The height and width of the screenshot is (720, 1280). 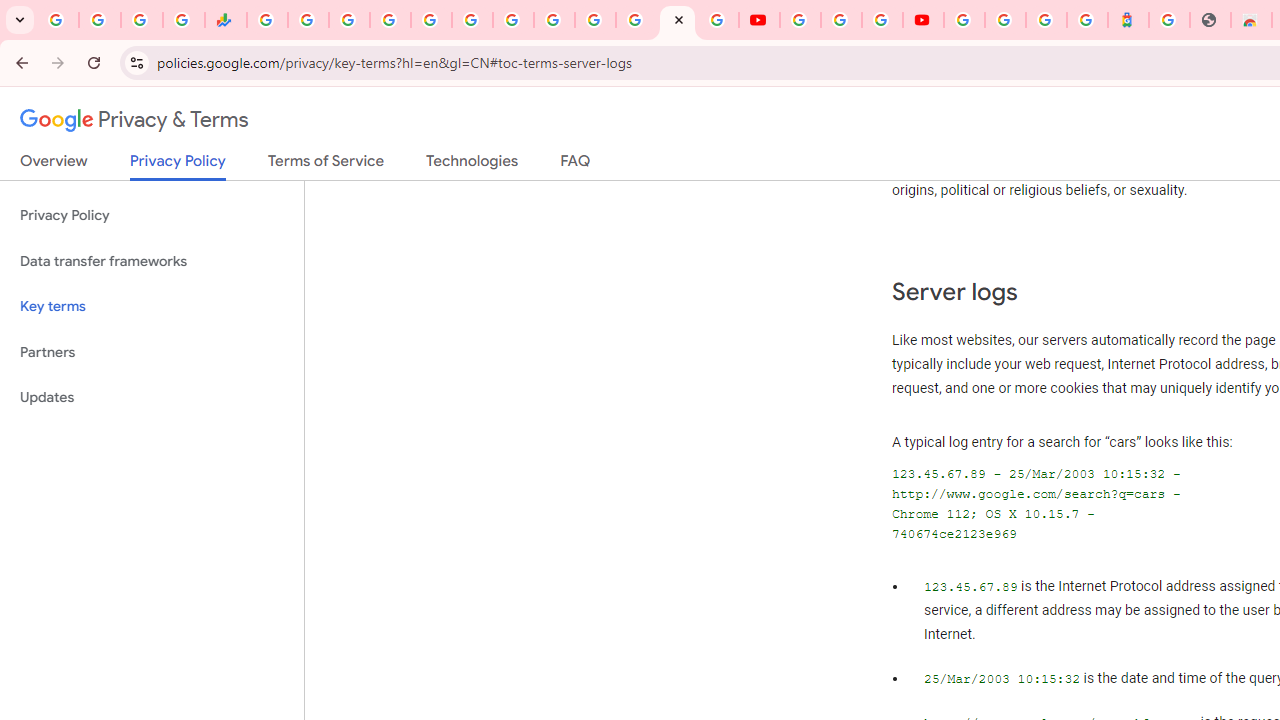 I want to click on 'YouTube', so click(x=800, y=20).